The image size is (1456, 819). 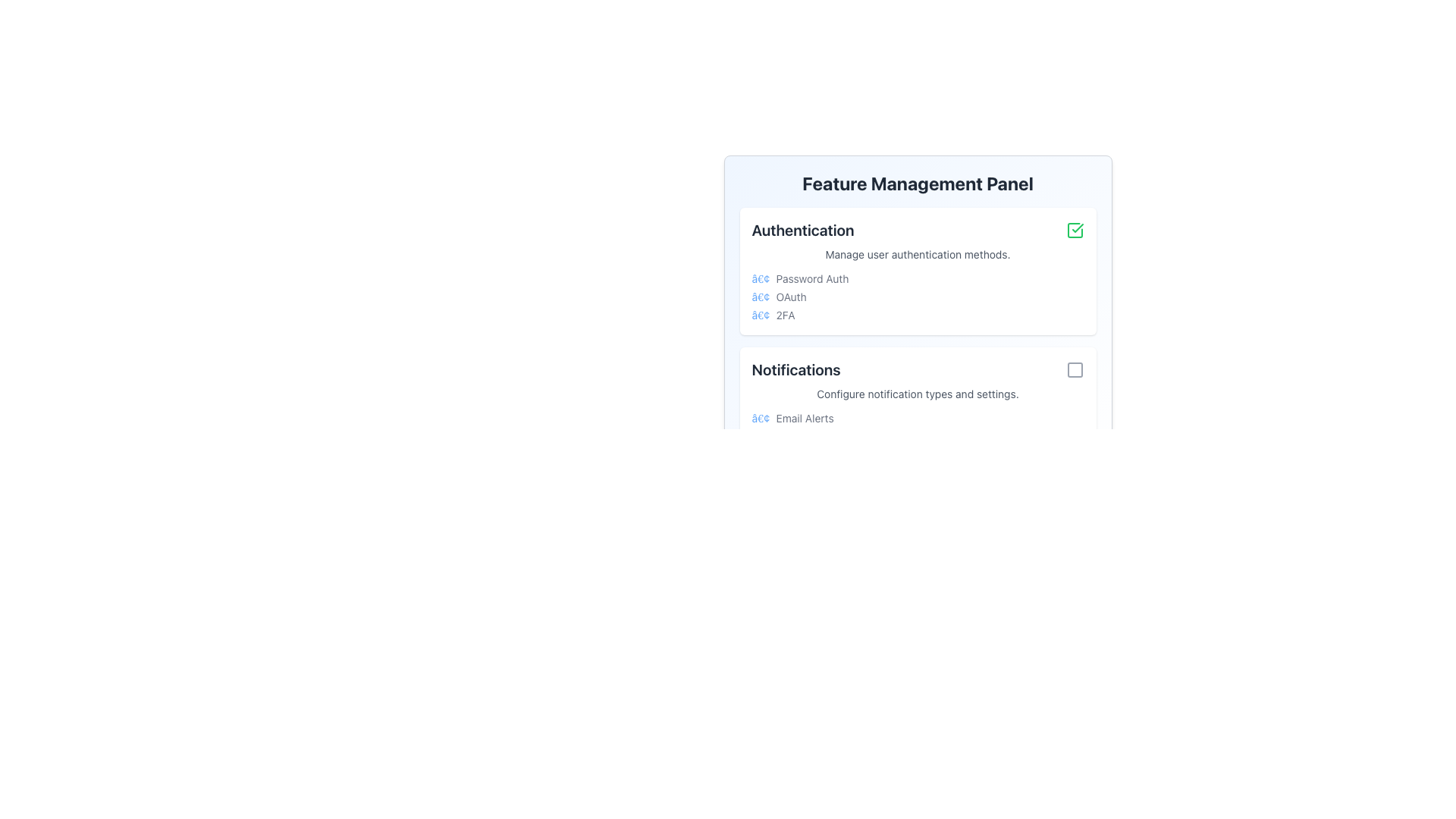 I want to click on the decorative indicator icon located in the top-right corner of the Notifications section within the Feature Management Panel, so click(x=1074, y=370).